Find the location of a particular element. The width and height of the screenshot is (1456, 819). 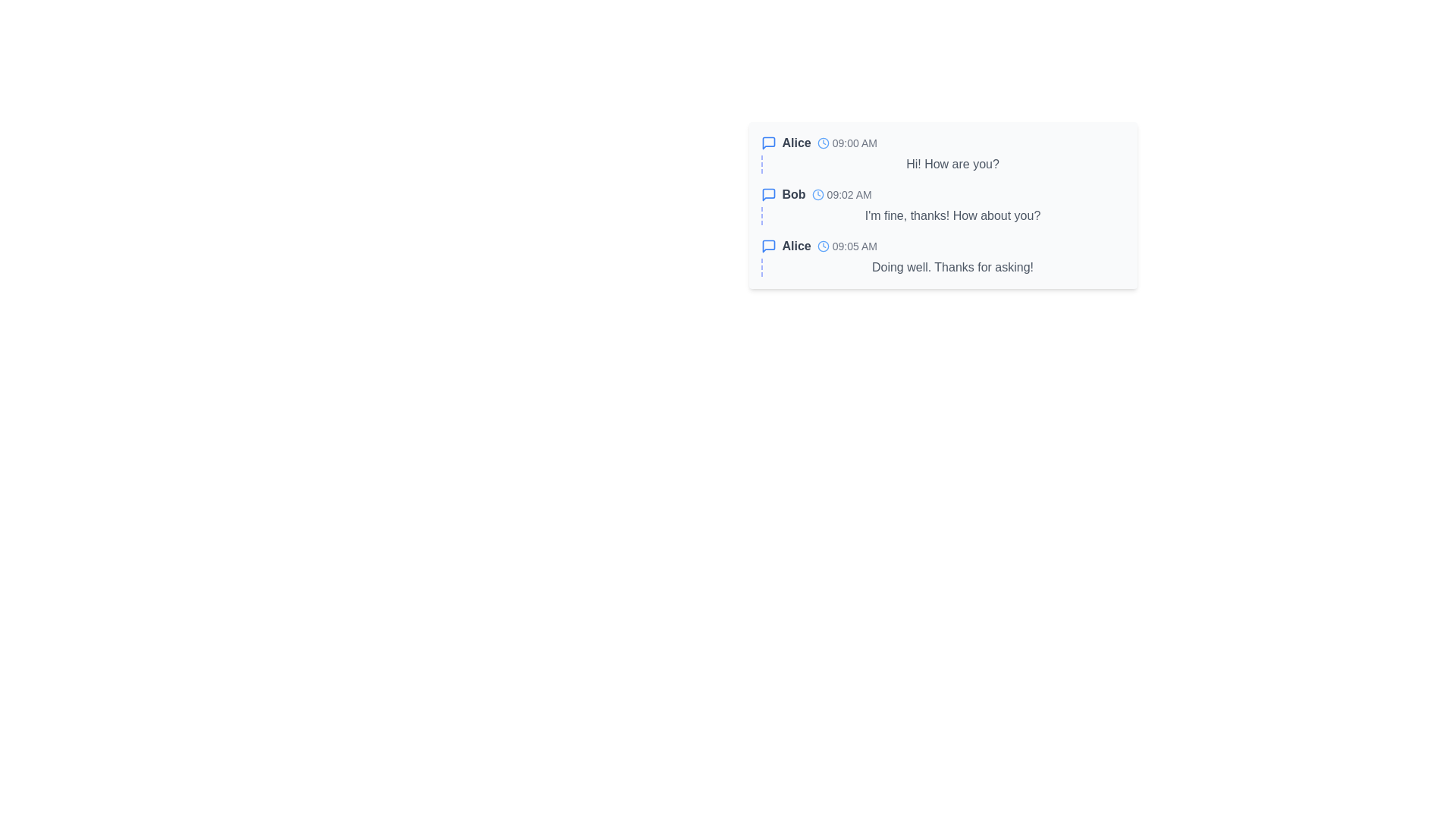

the Decorative icon that visually distinguishes the user's message header, located at the beginning of the header row for the message from 'Alice' at 09:00 AM is located at coordinates (768, 143).